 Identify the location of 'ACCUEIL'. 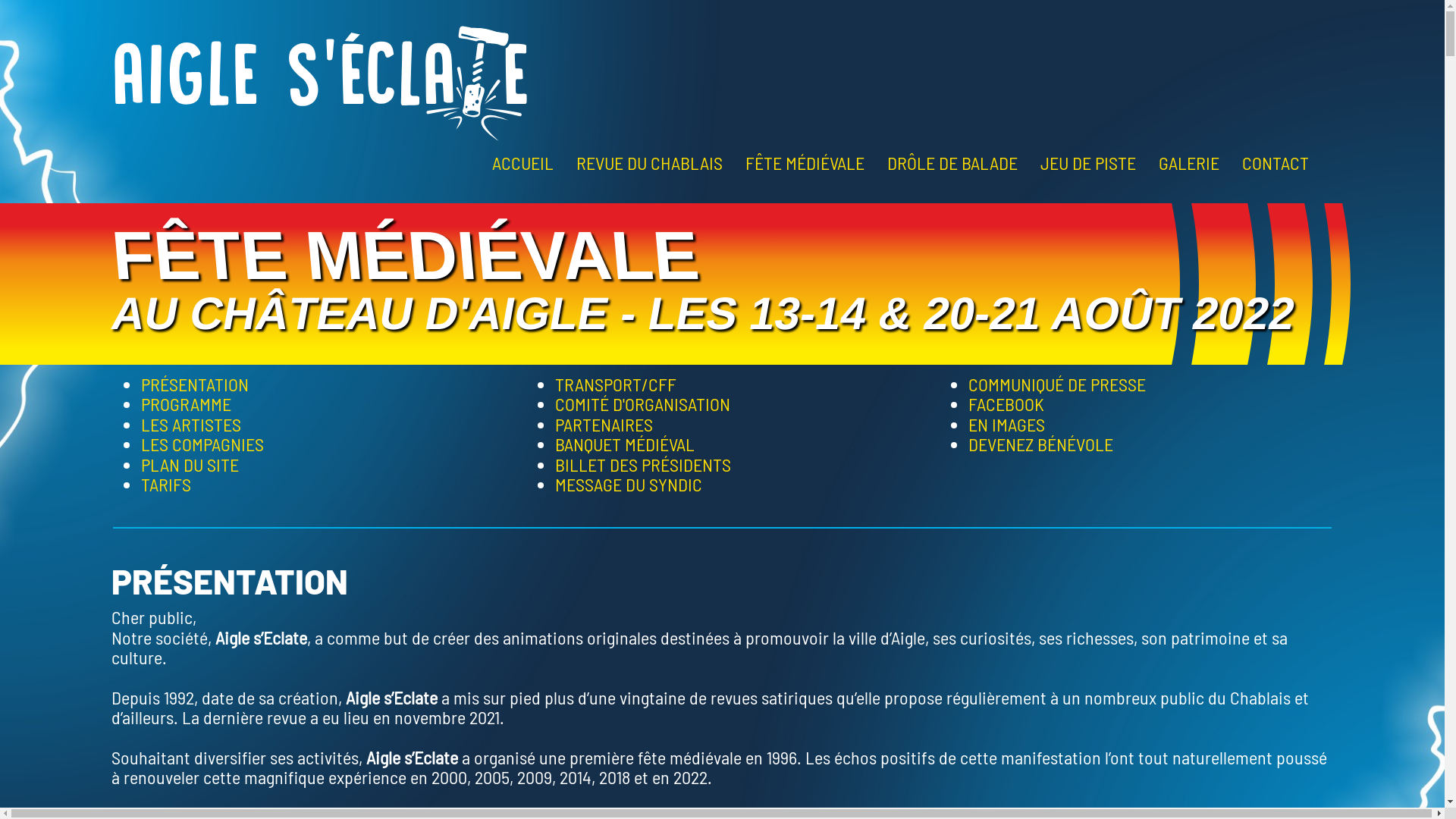
(522, 162).